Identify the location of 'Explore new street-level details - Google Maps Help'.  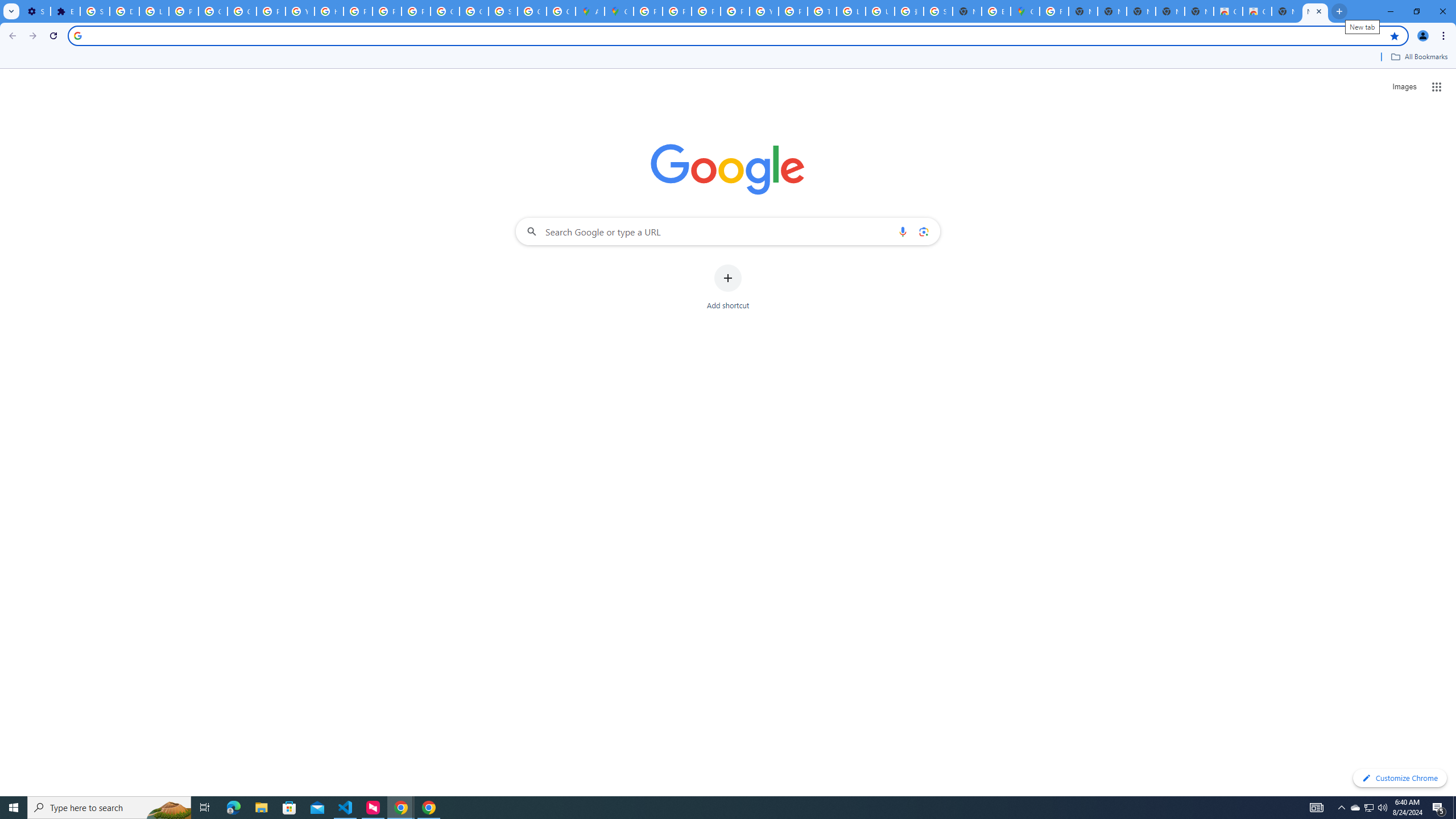
(996, 11).